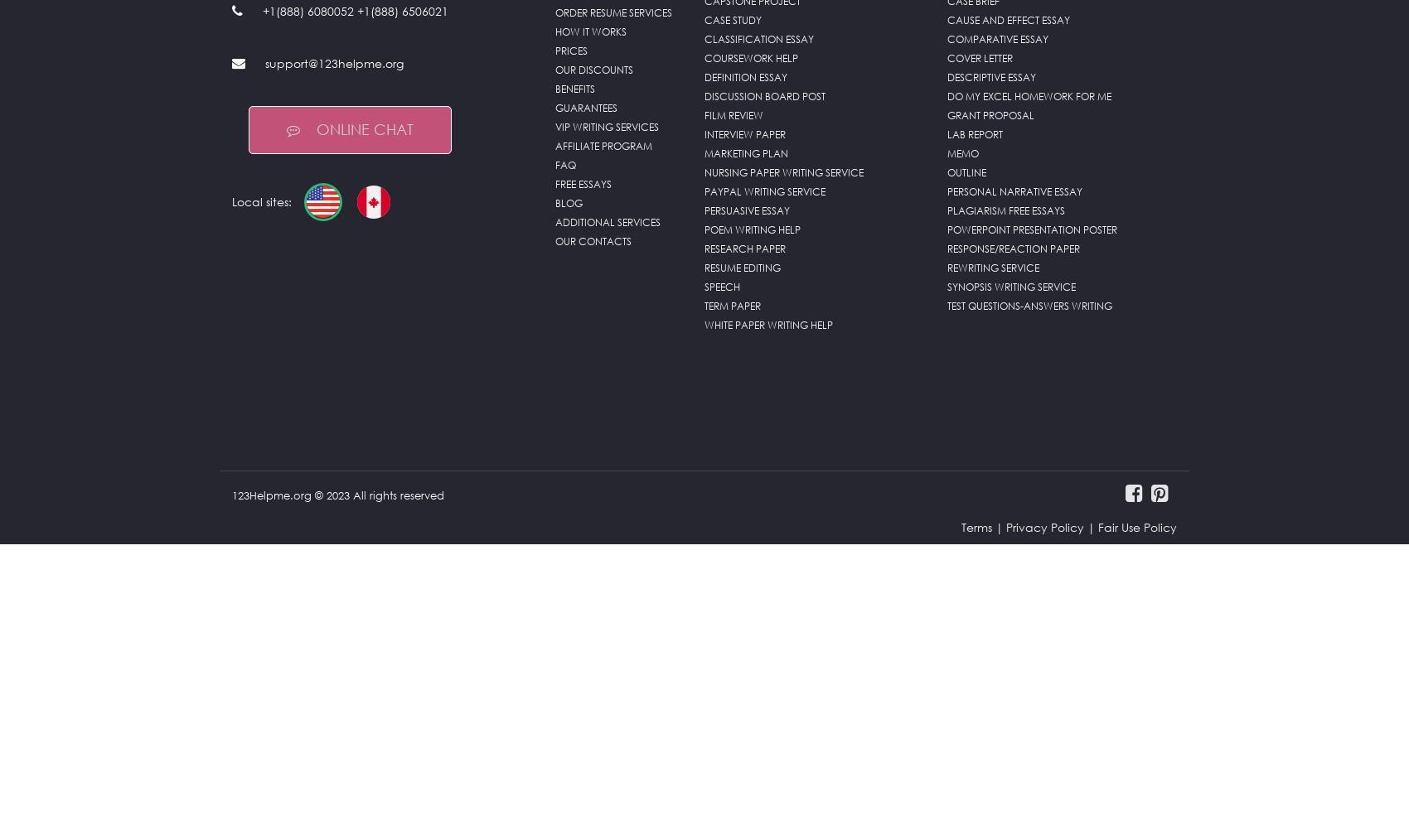  I want to click on 'Local sites:', so click(231, 217).